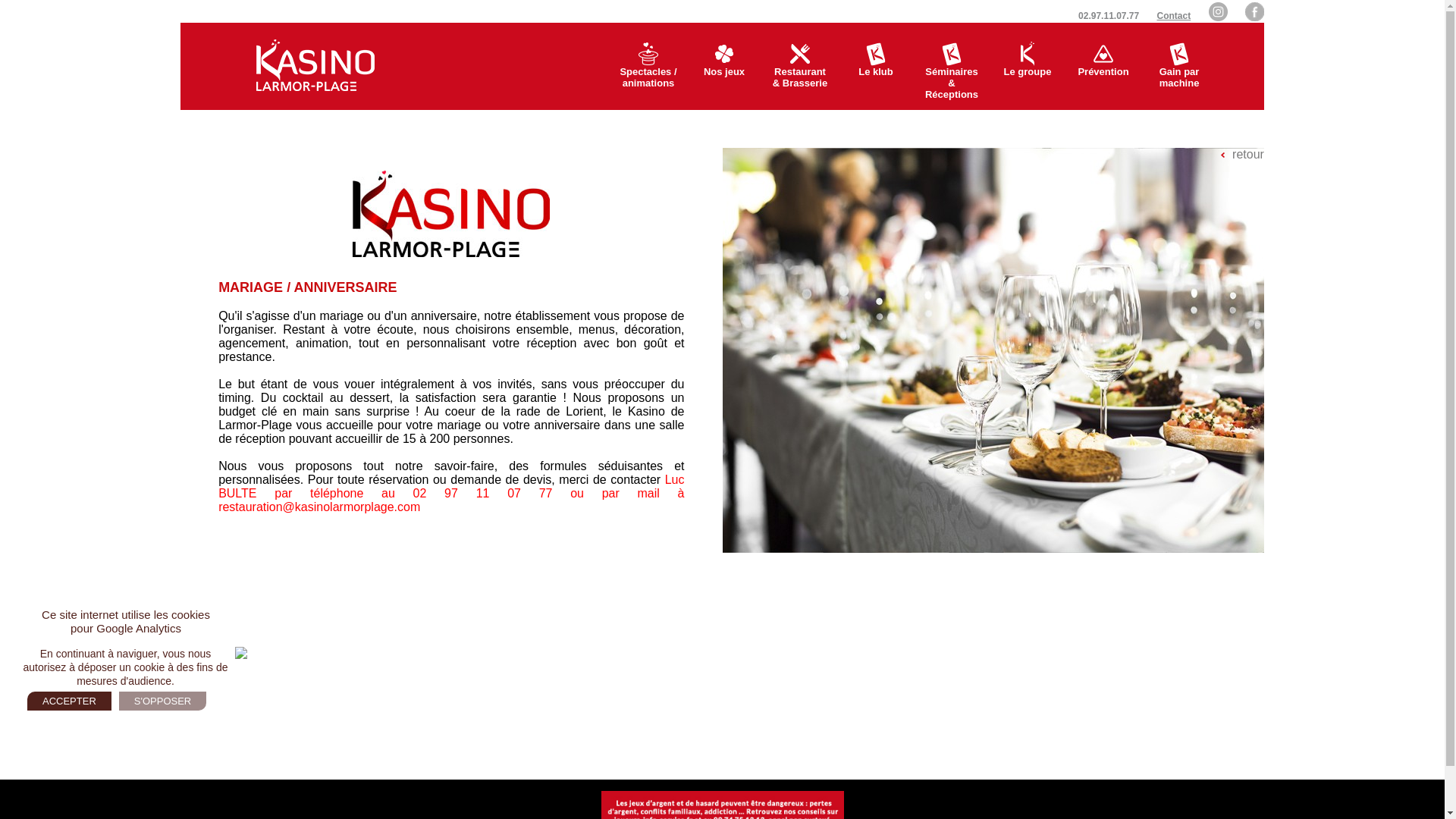 The height and width of the screenshot is (819, 1456). Describe the element at coordinates (761, 65) in the screenshot. I see `'Restaurant & Brasserie'` at that location.